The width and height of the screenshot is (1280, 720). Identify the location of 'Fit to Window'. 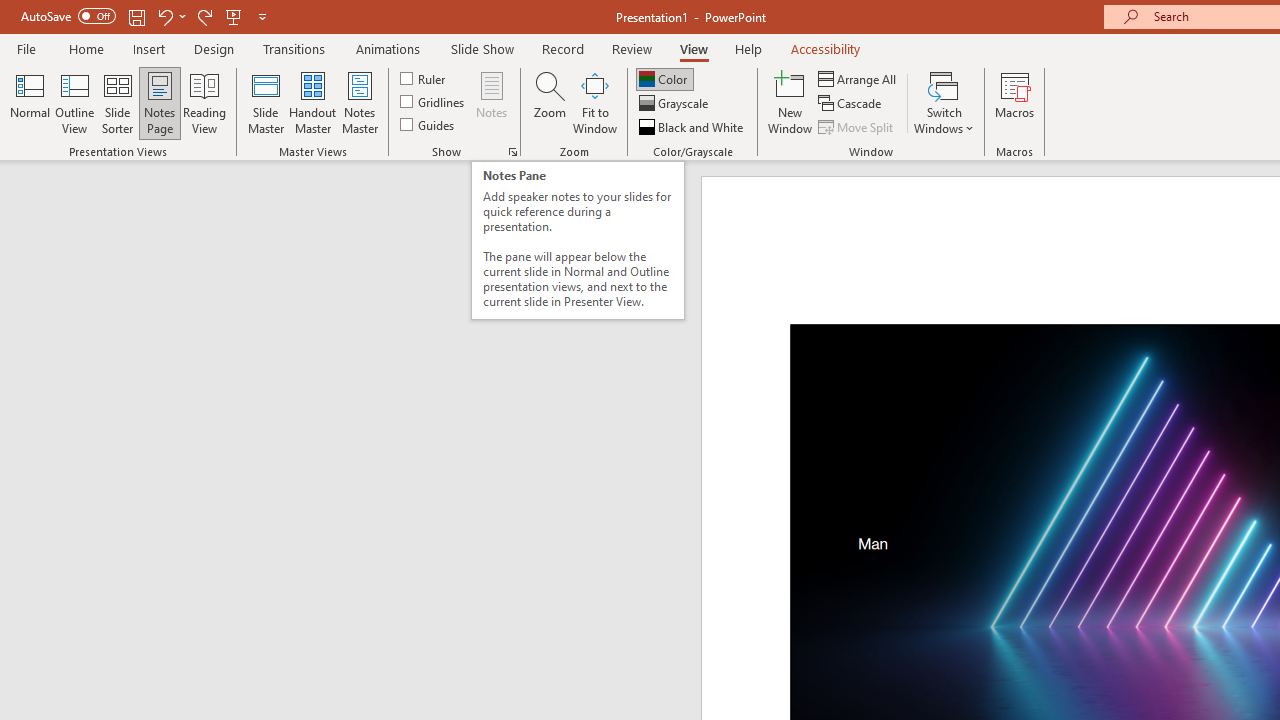
(594, 103).